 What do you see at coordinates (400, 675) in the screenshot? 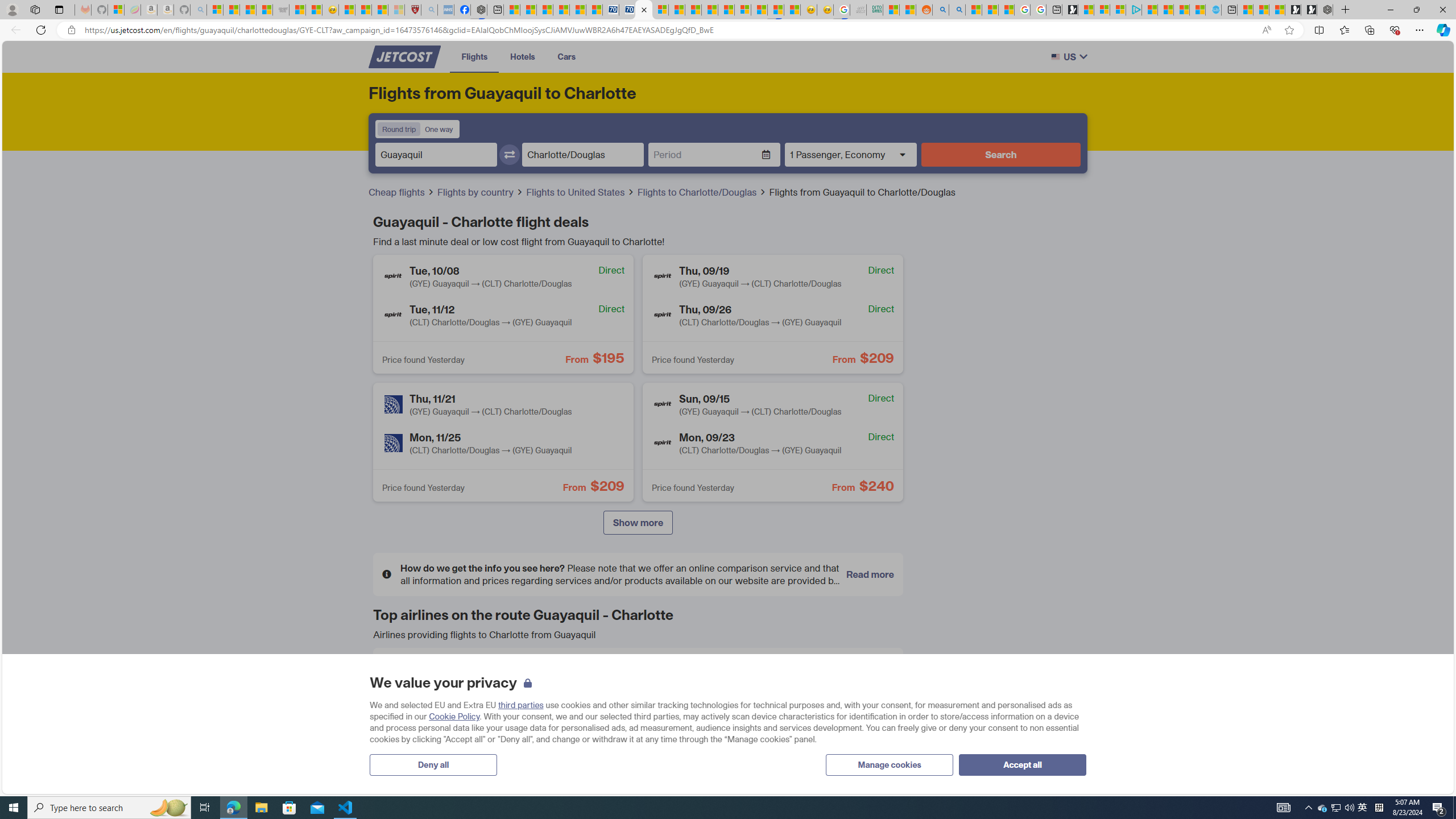
I see `'American Airlines'` at bounding box center [400, 675].